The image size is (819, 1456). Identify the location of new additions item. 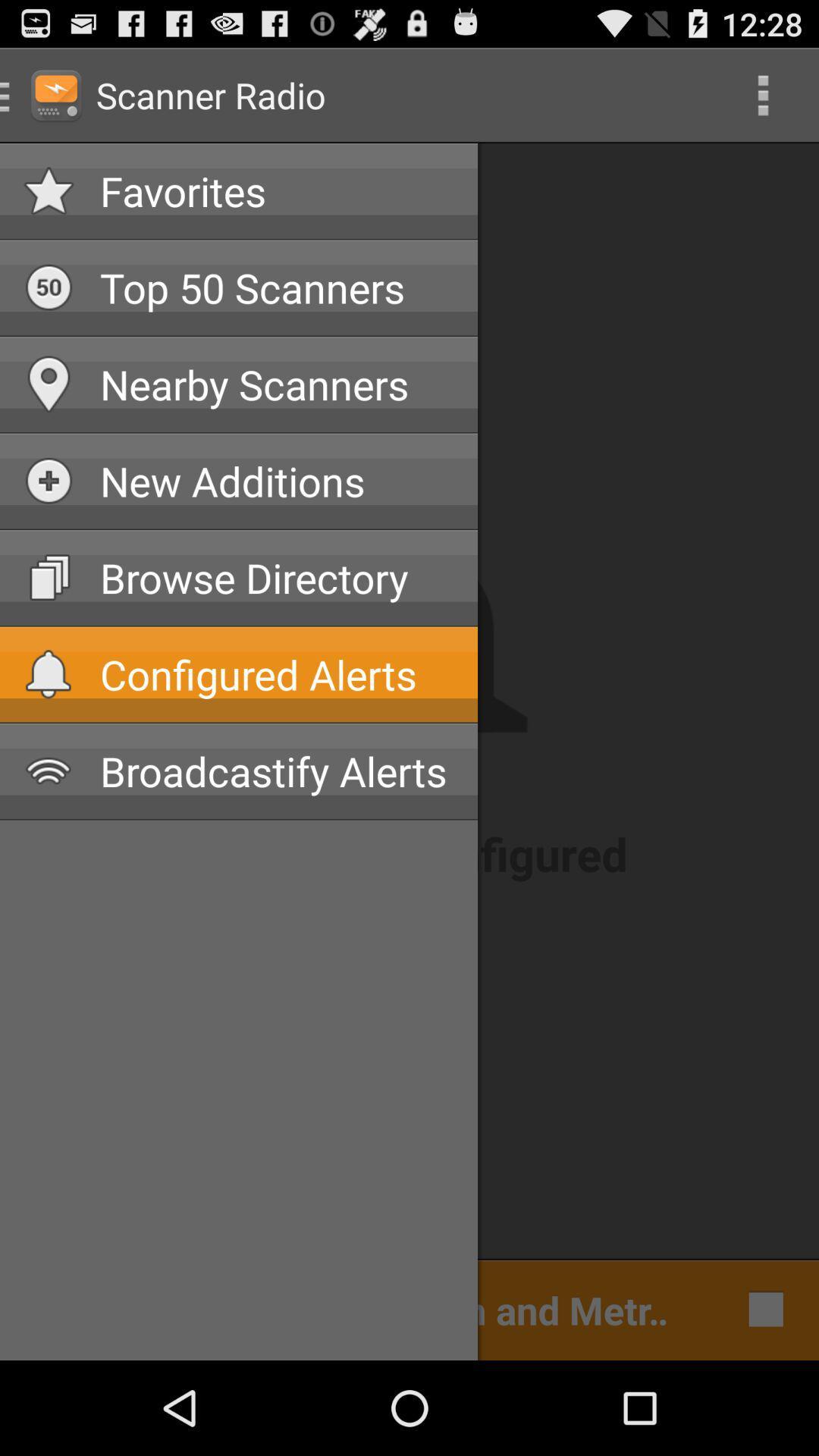
(277, 480).